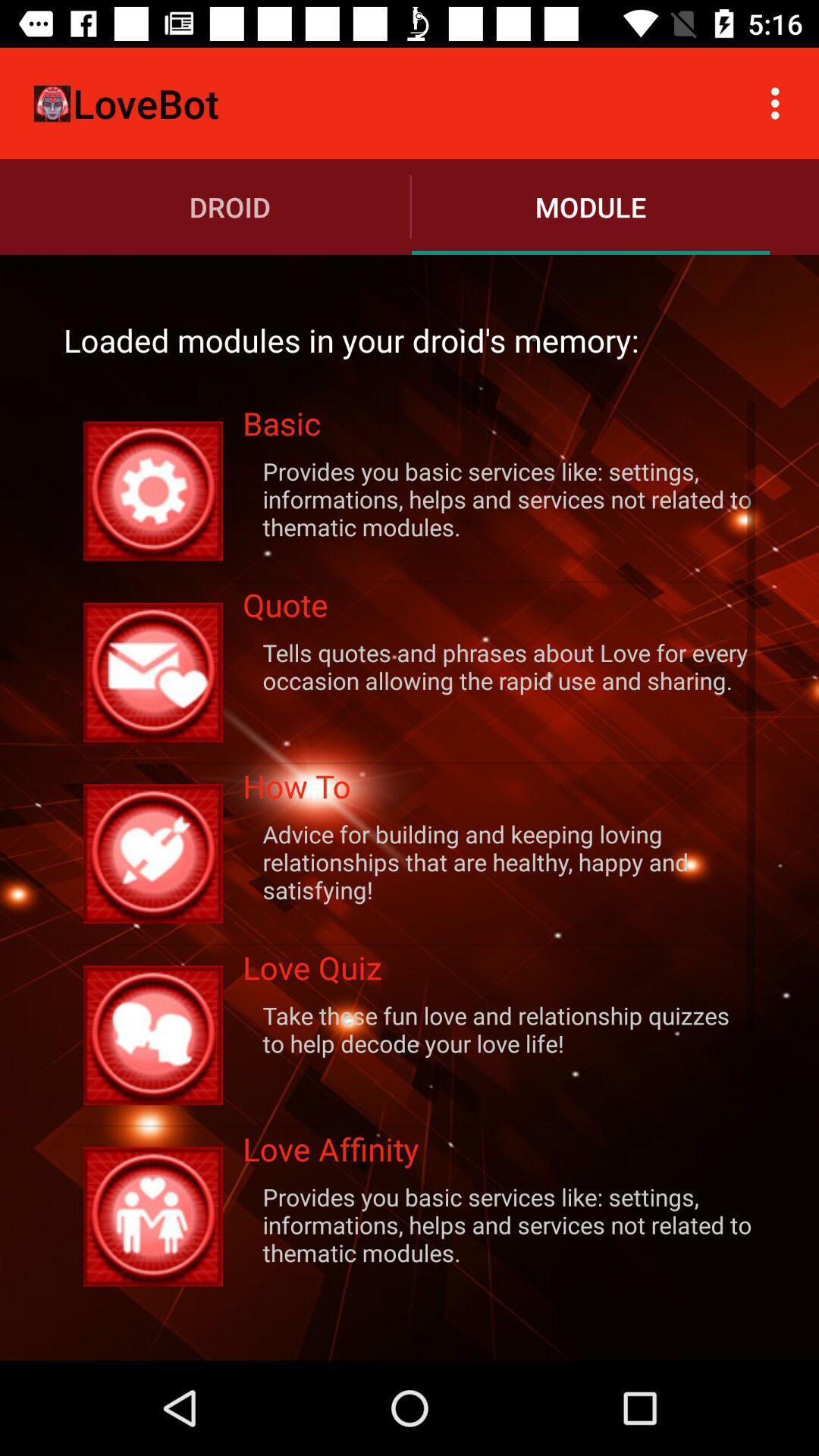  Describe the element at coordinates (499, 1153) in the screenshot. I see `the icon above provides you basic item` at that location.